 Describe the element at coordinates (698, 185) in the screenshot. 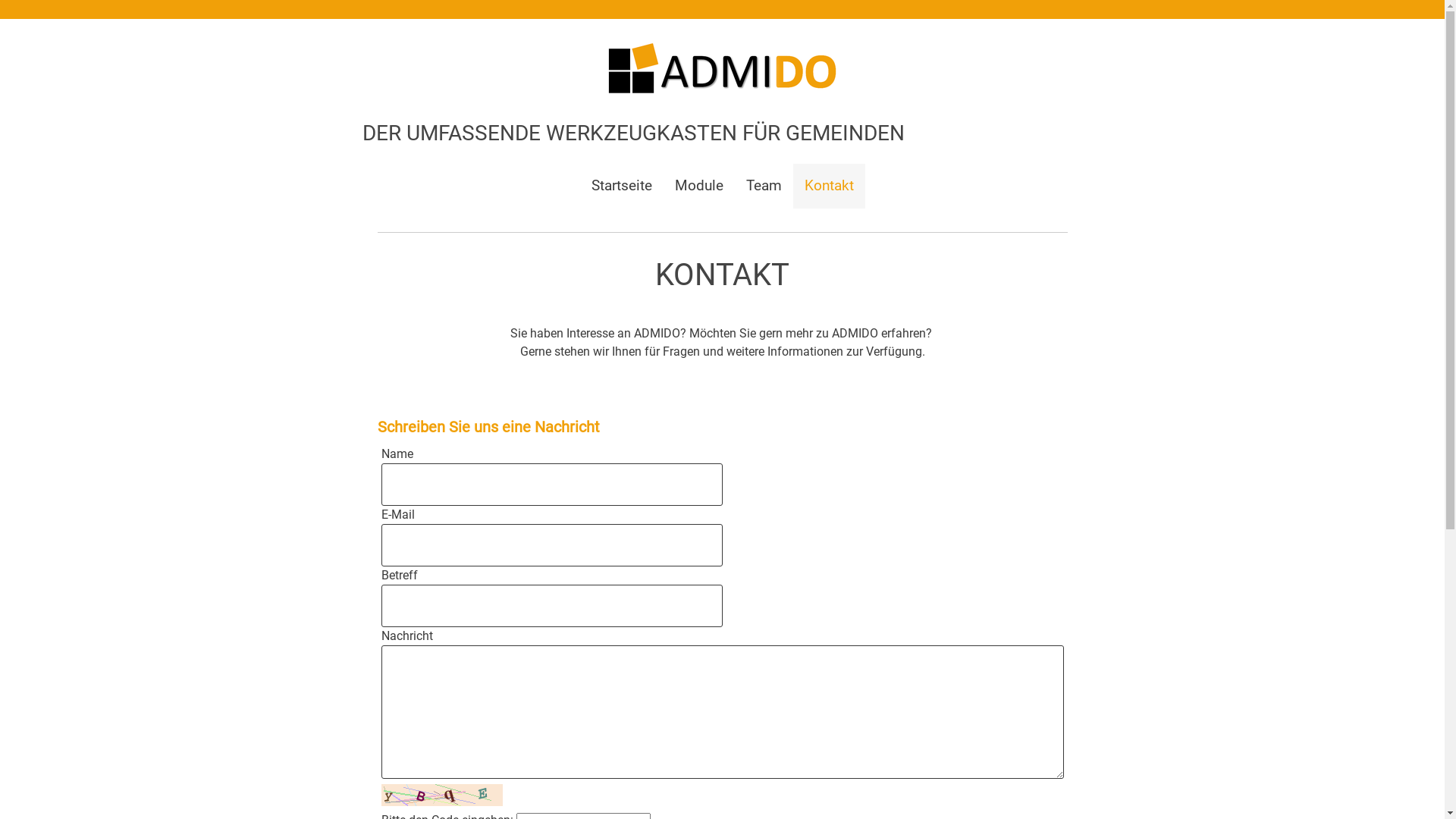

I see `'Module'` at that location.